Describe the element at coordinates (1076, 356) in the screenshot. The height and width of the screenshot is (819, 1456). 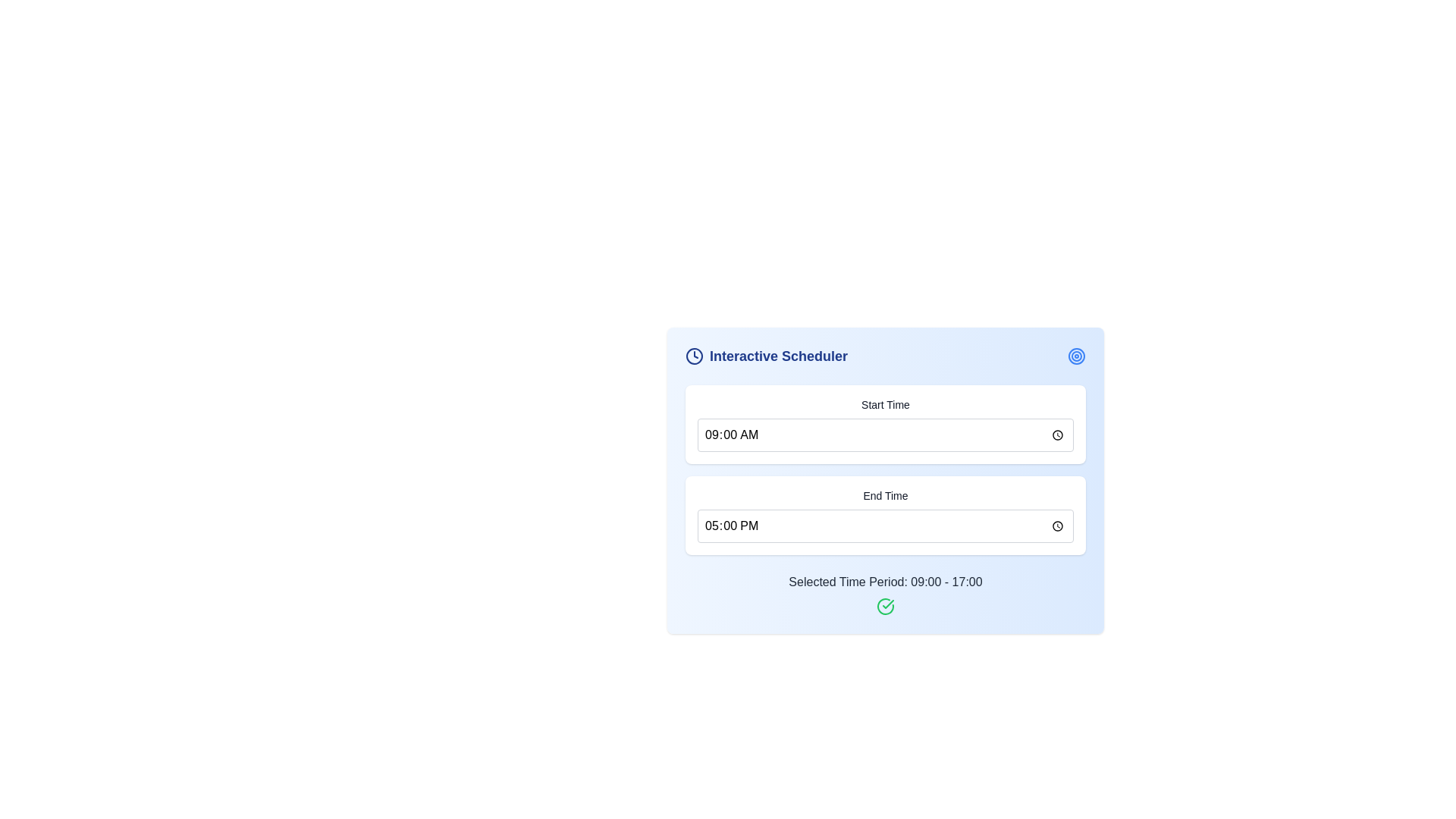
I see `the outermost boundary SVG circle element of the target icon in the top-right corner of the 'Interactive Scheduler' card layout` at that location.